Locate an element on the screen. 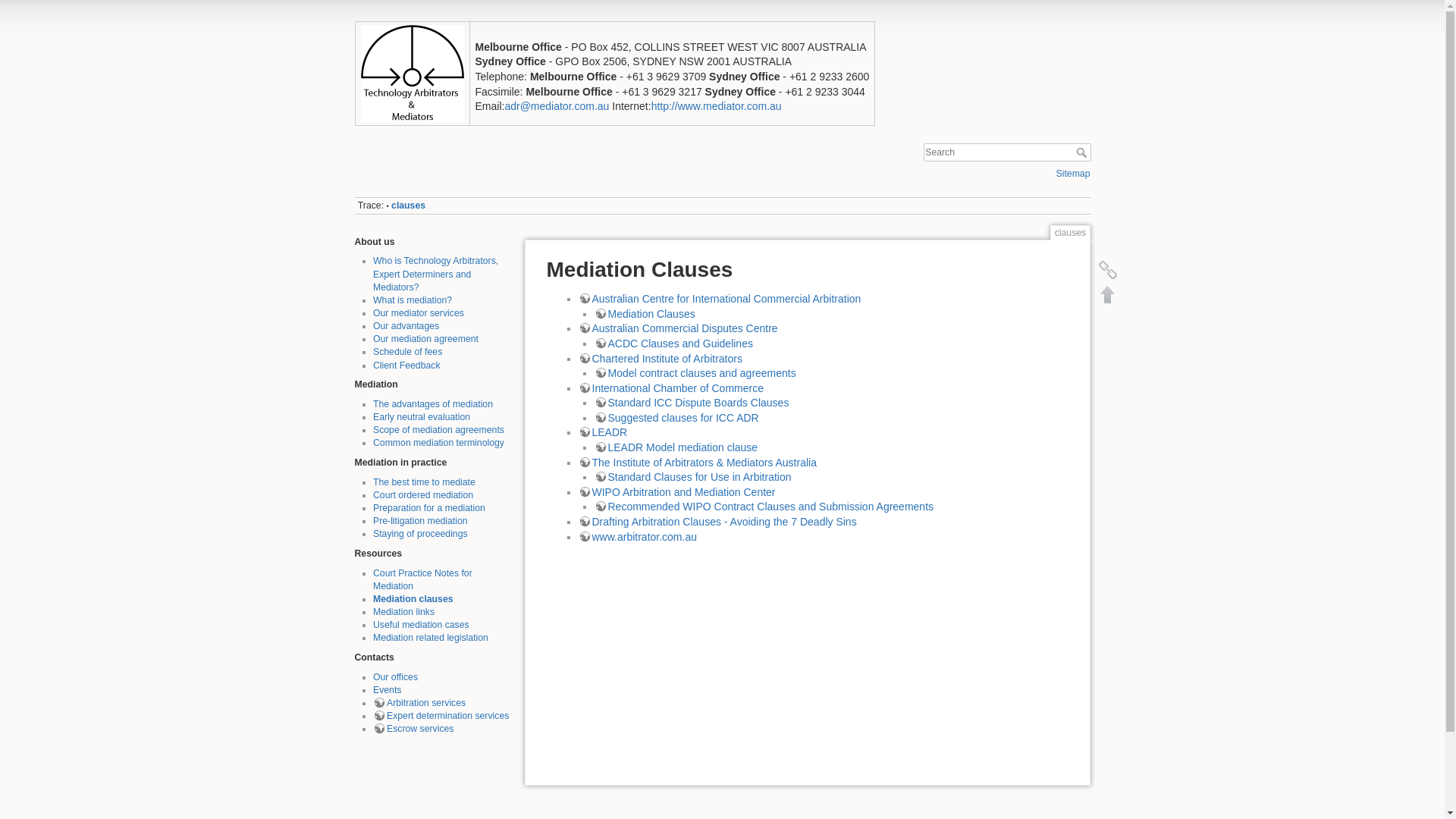  'Escrow services' is located at coordinates (413, 727).